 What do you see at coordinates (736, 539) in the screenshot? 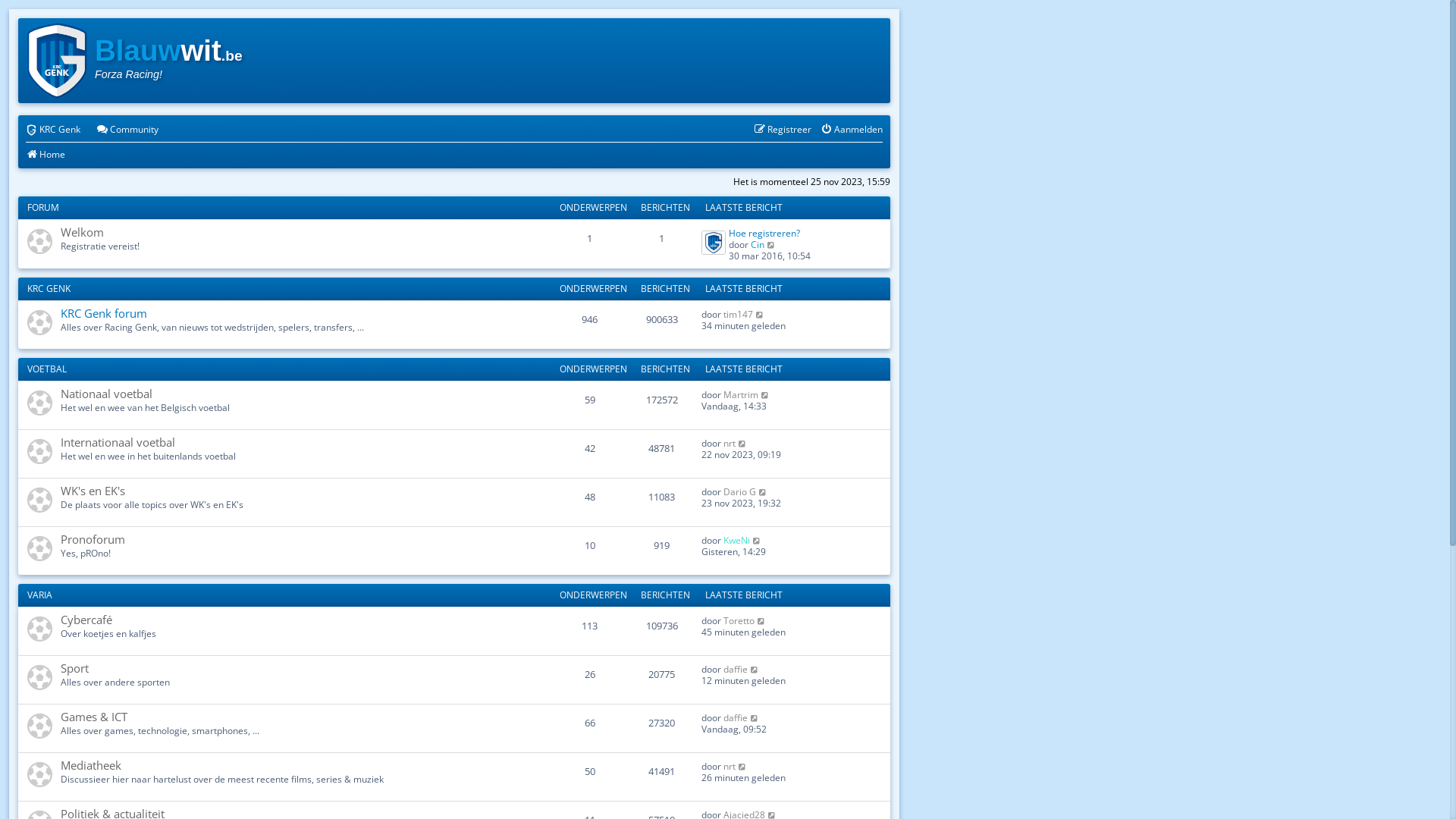
I see `'KweNi'` at bounding box center [736, 539].